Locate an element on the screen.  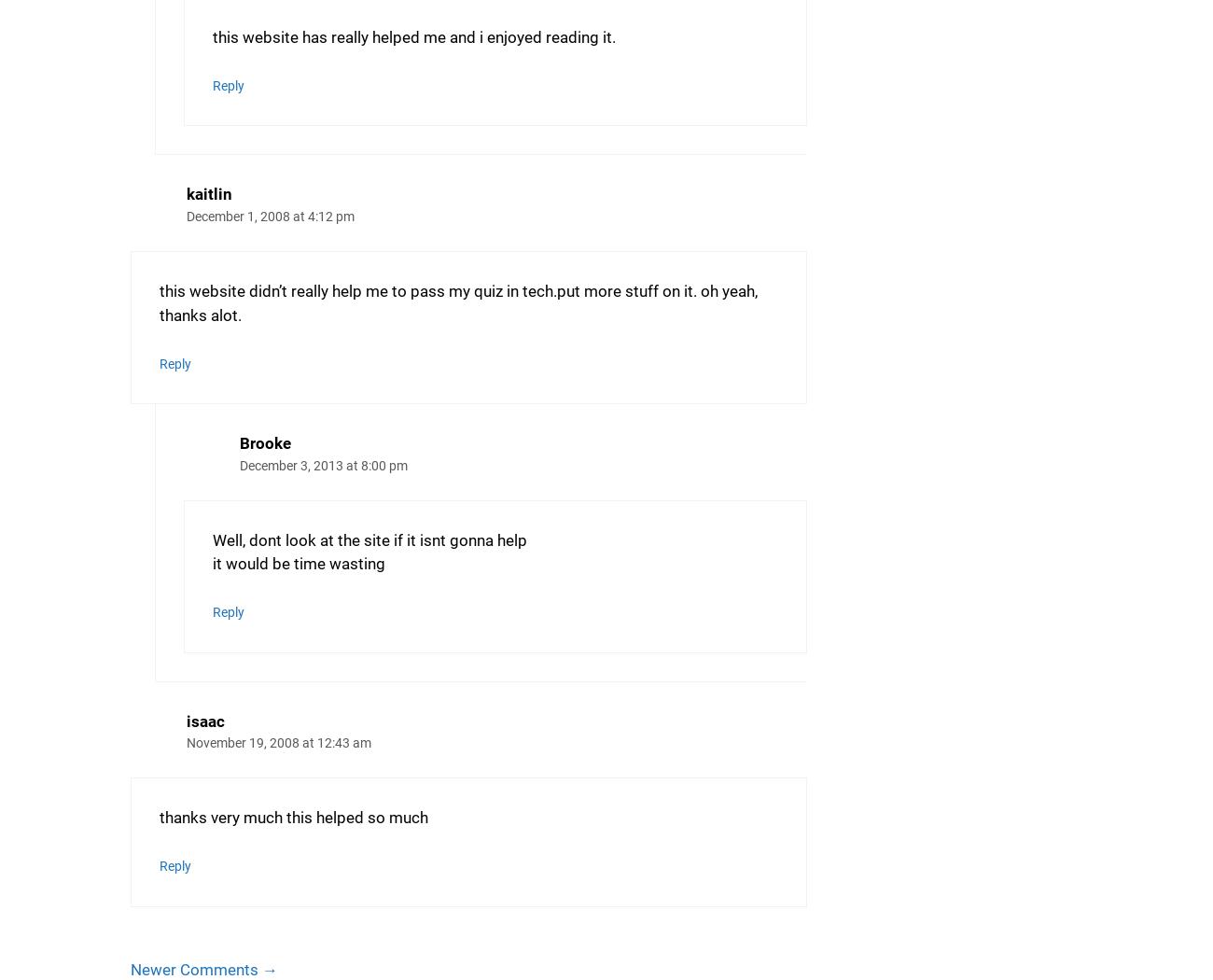
'this website has really helped me and i enjoyed reading it.' is located at coordinates (210, 35).